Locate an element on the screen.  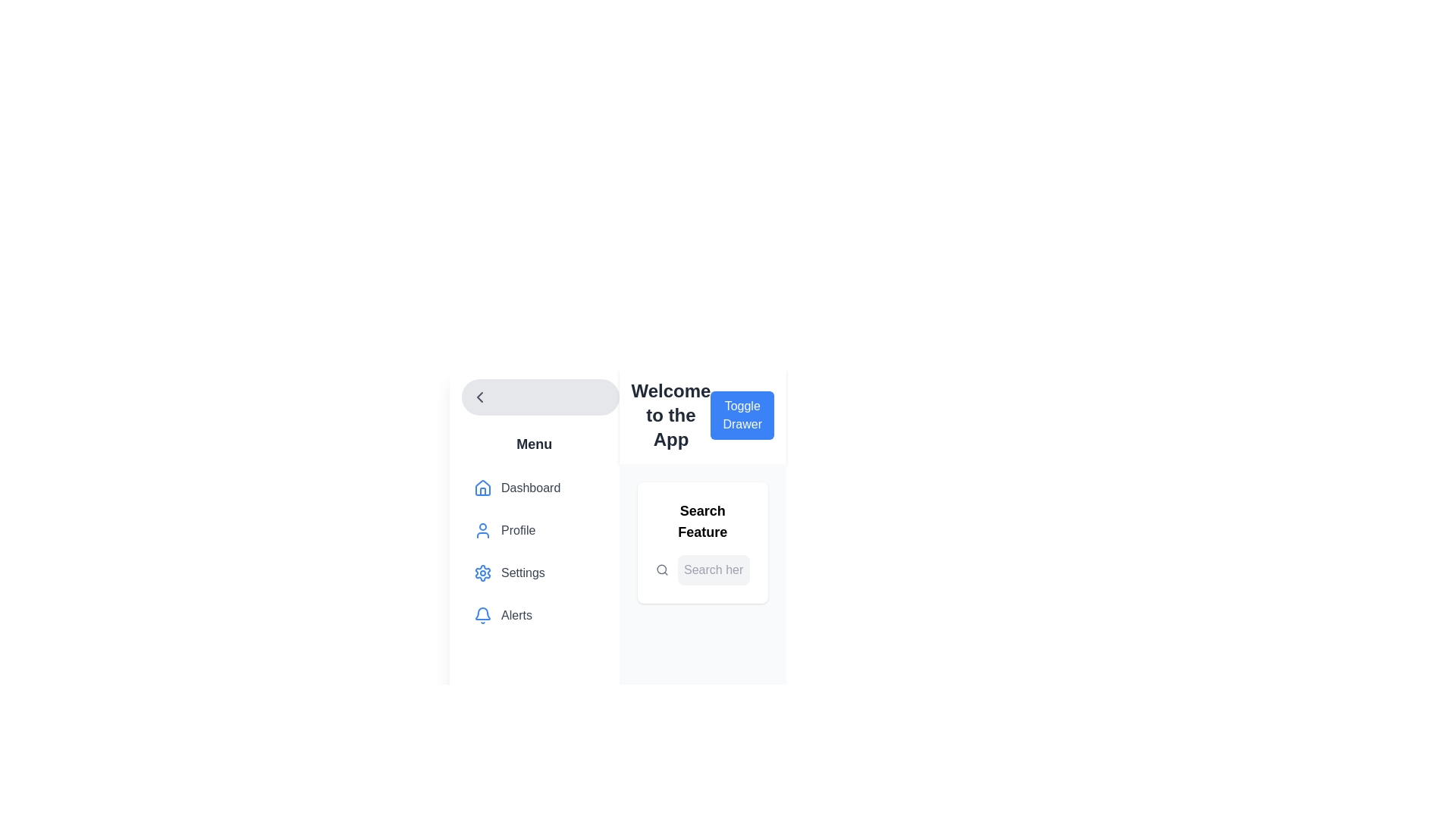
the circular icon that resembles a magnifying glass, located in the search feature section to the right of the main content area is located at coordinates (661, 570).